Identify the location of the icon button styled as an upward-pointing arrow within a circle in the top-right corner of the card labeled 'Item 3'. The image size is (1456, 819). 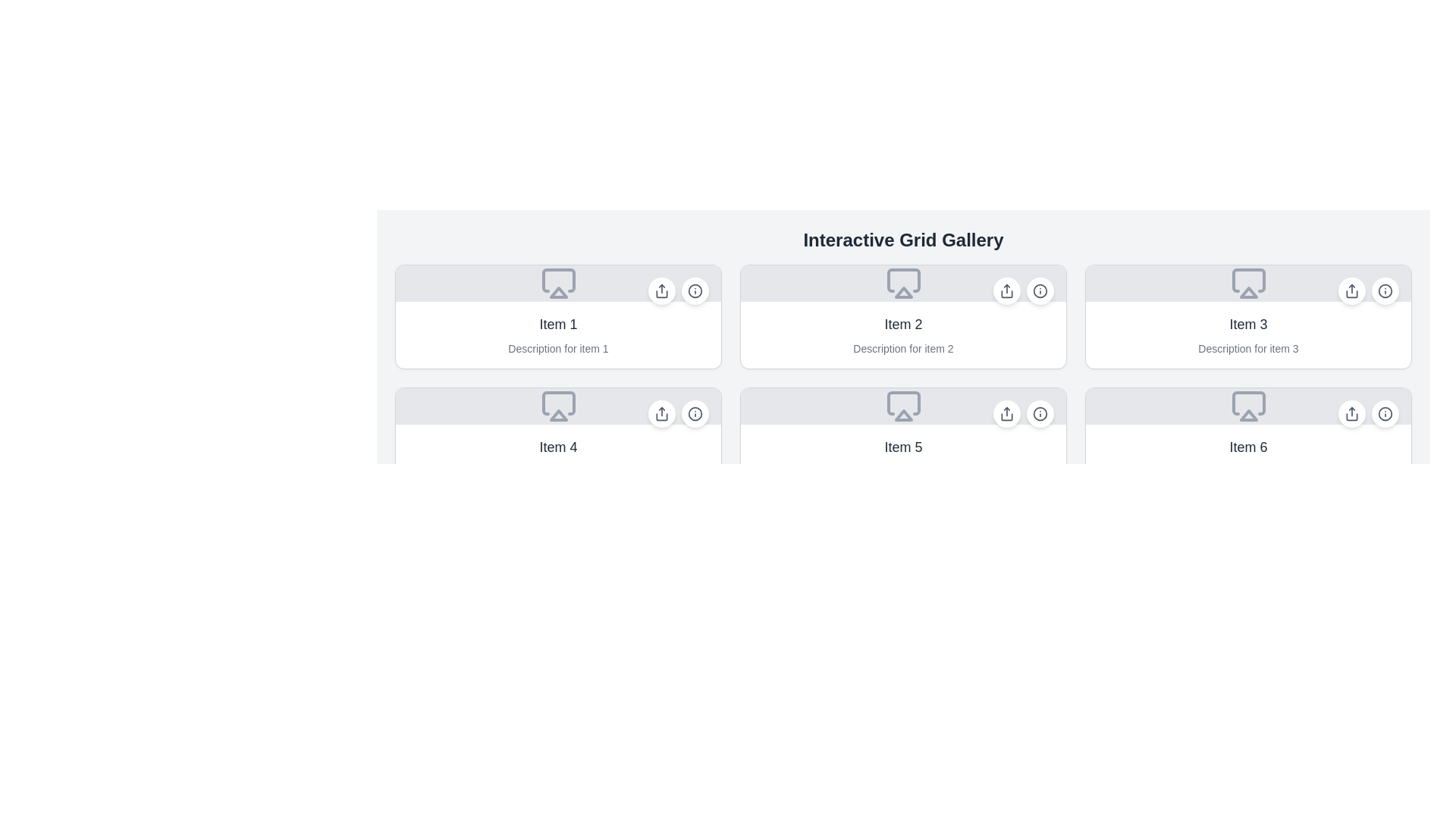
(1351, 291).